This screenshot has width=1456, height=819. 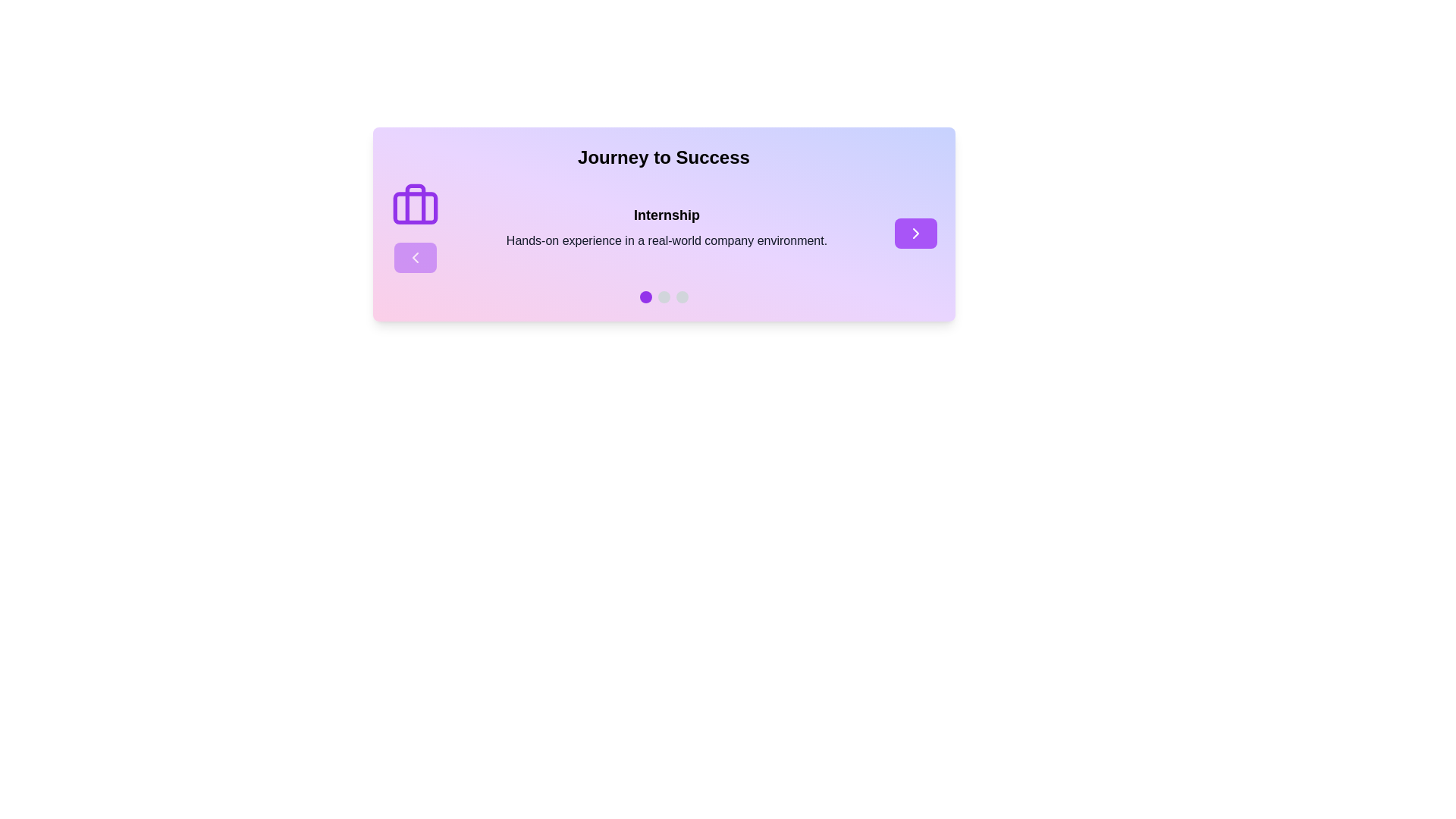 I want to click on the first progress indicator located at the bottom center of the interface, which serves as a visual marker for the current step in a sequence, so click(x=645, y=297).